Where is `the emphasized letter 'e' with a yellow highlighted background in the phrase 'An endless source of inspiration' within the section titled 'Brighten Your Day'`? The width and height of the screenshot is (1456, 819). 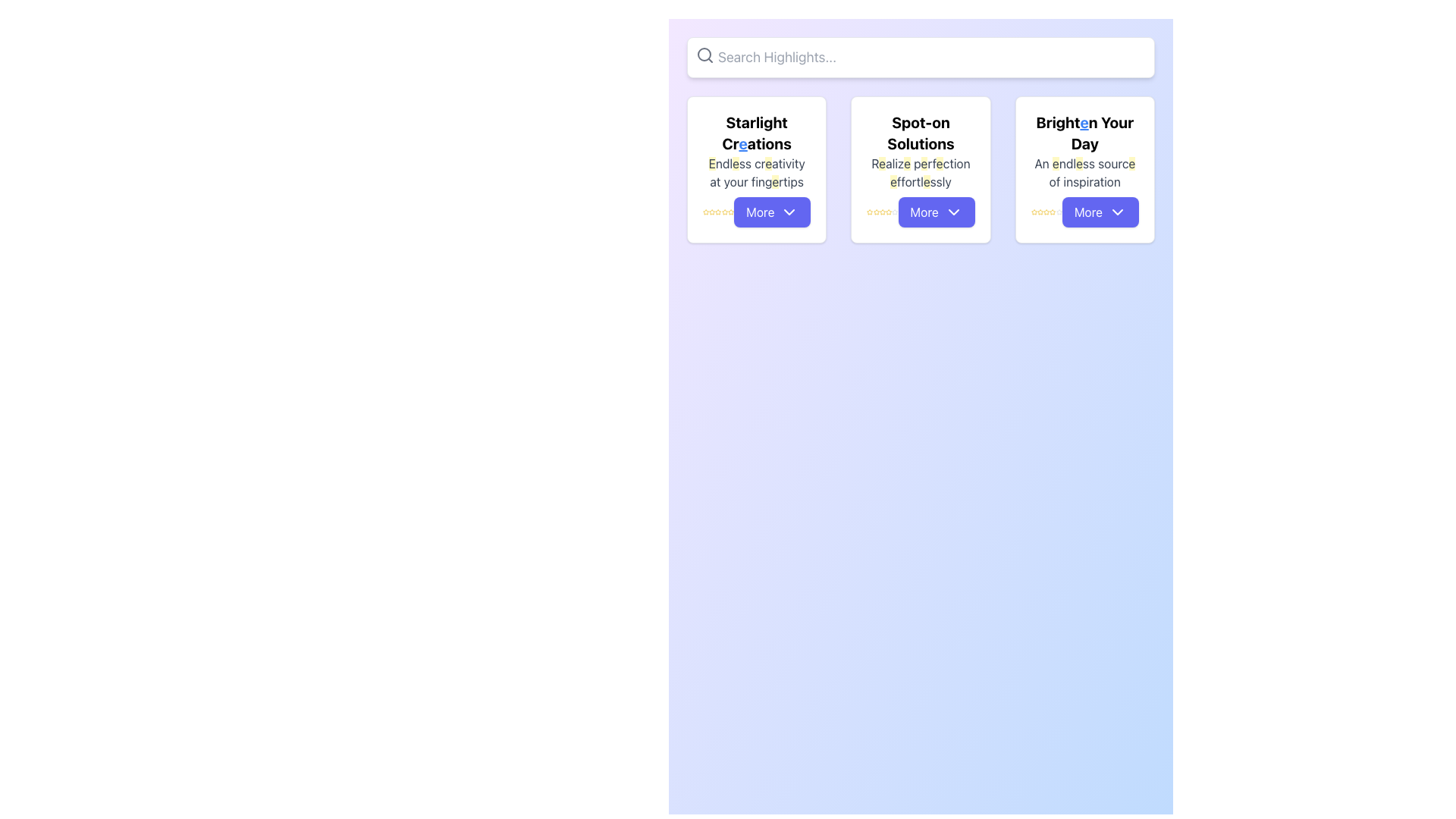 the emphasized letter 'e' with a yellow highlighted background in the phrase 'An endless source of inspiration' within the section titled 'Brighten Your Day' is located at coordinates (1078, 164).